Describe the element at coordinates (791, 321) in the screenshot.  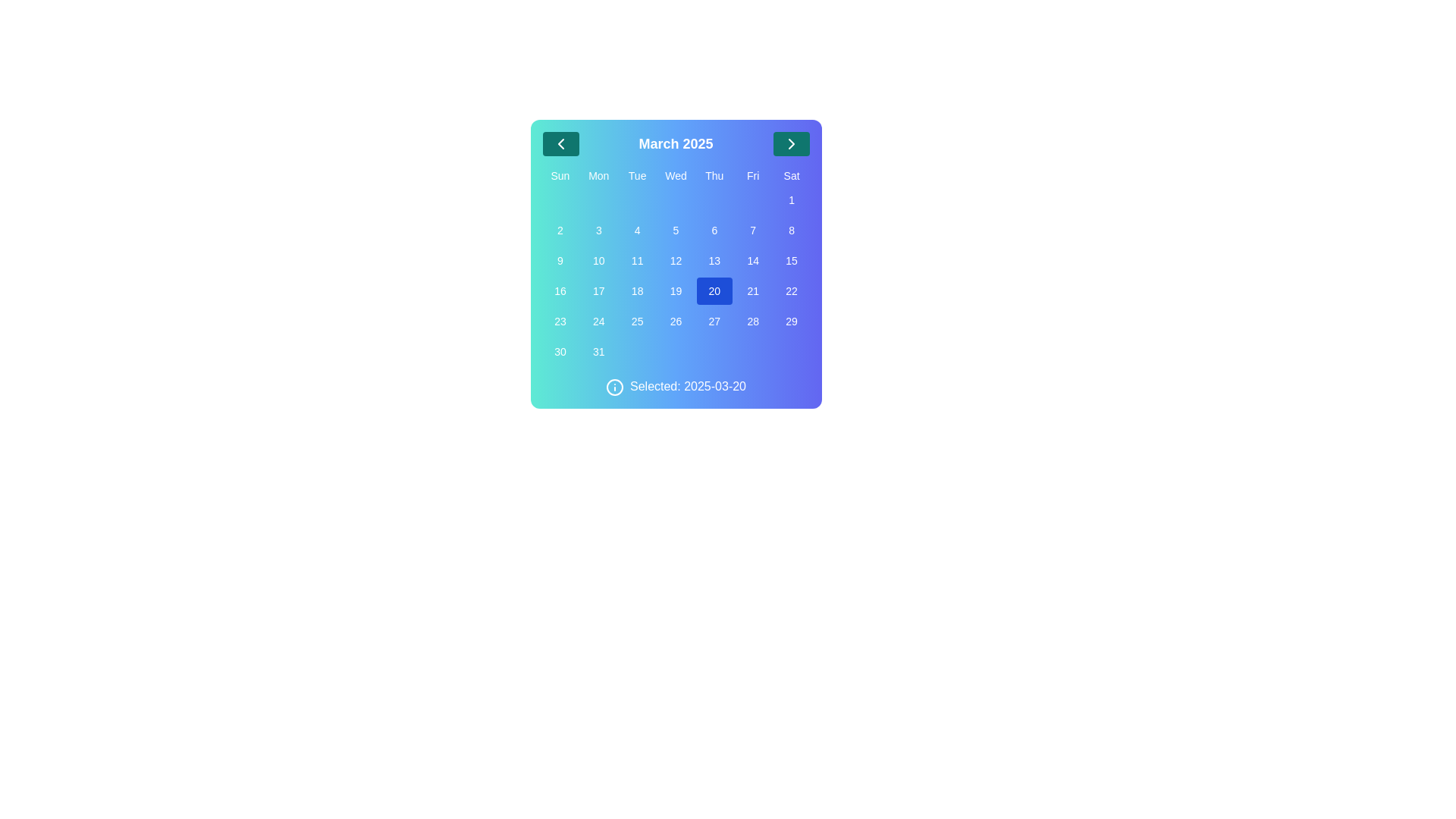
I see `the rounded button labeled '29' at the bottom row of the calendar layout` at that location.